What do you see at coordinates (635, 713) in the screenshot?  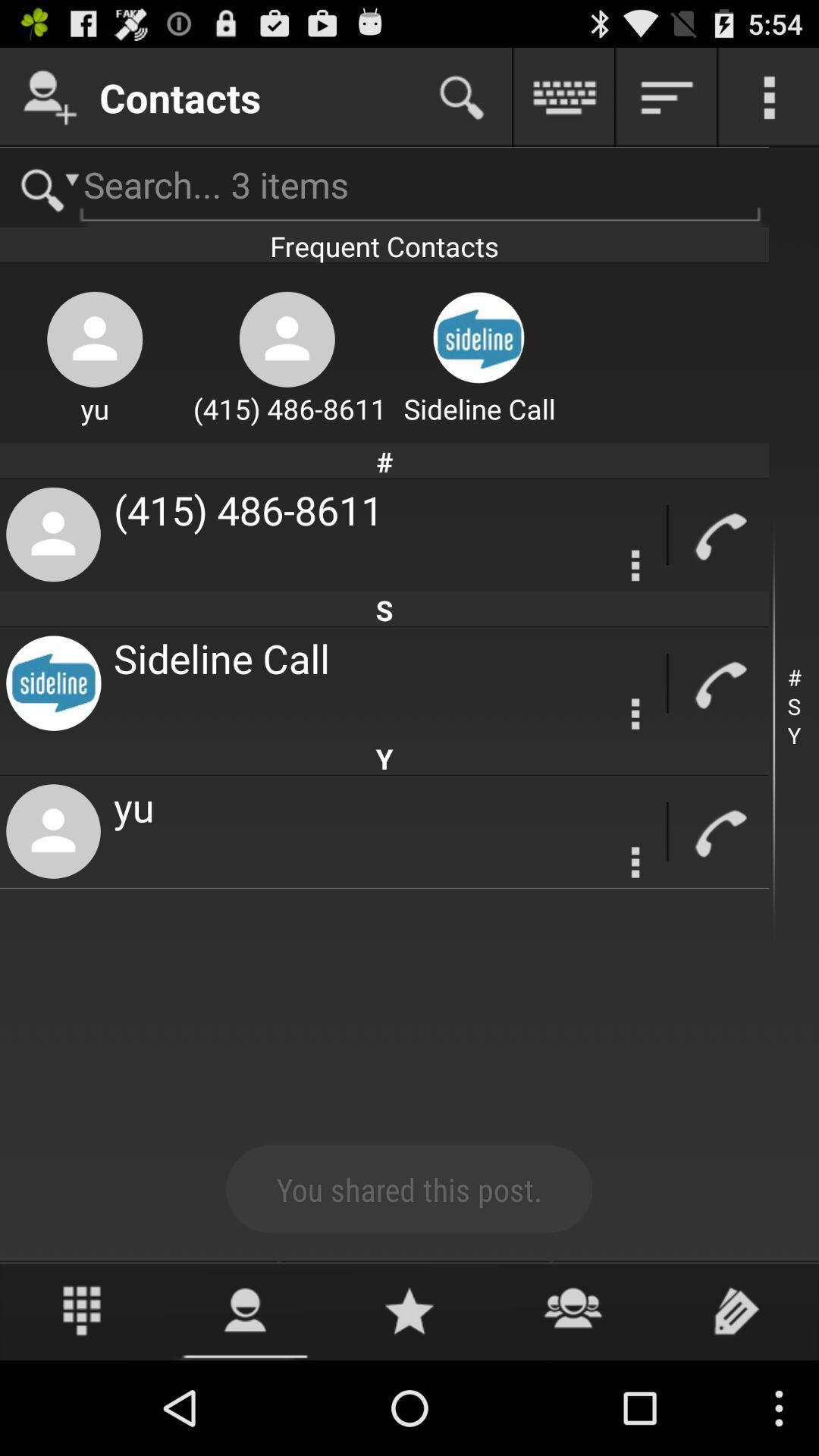 I see `more options` at bounding box center [635, 713].